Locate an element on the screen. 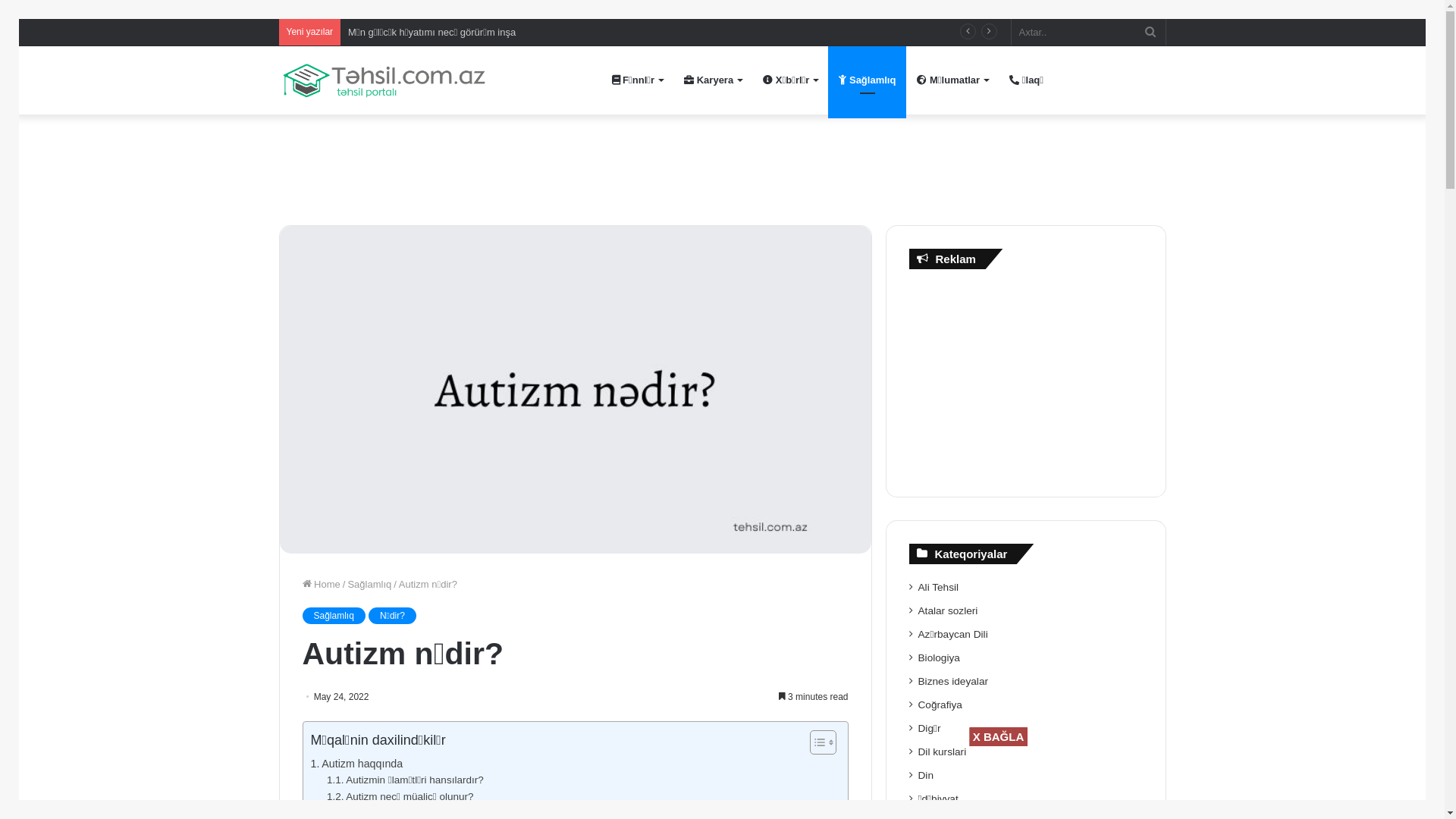 The height and width of the screenshot is (819, 1456). 'Advertisement' is located at coordinates (720, 164).